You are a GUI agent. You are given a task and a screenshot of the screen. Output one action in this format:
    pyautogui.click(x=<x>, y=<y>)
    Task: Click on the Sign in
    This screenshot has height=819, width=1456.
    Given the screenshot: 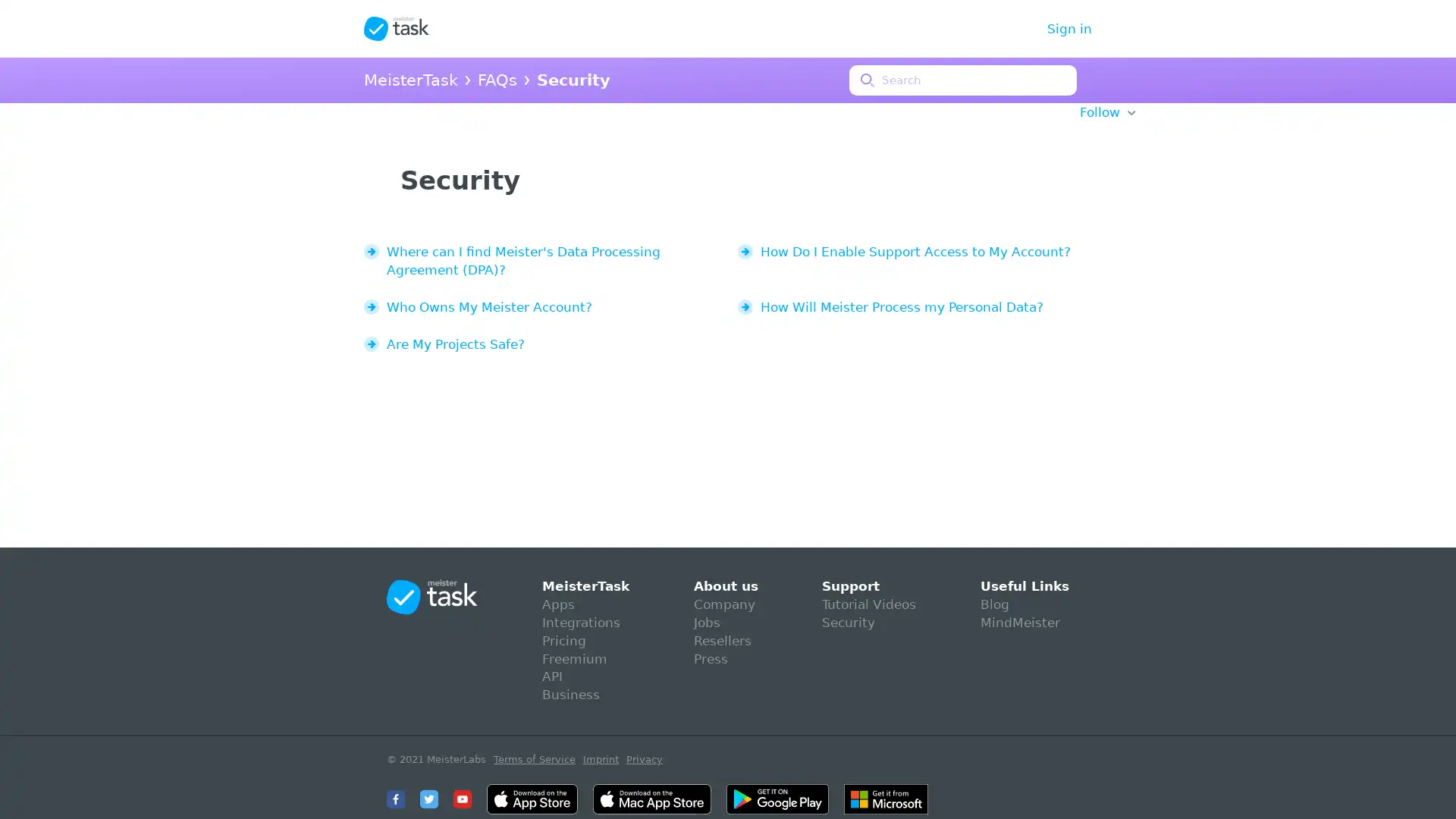 What is the action you would take?
    pyautogui.click(x=1068, y=29)
    